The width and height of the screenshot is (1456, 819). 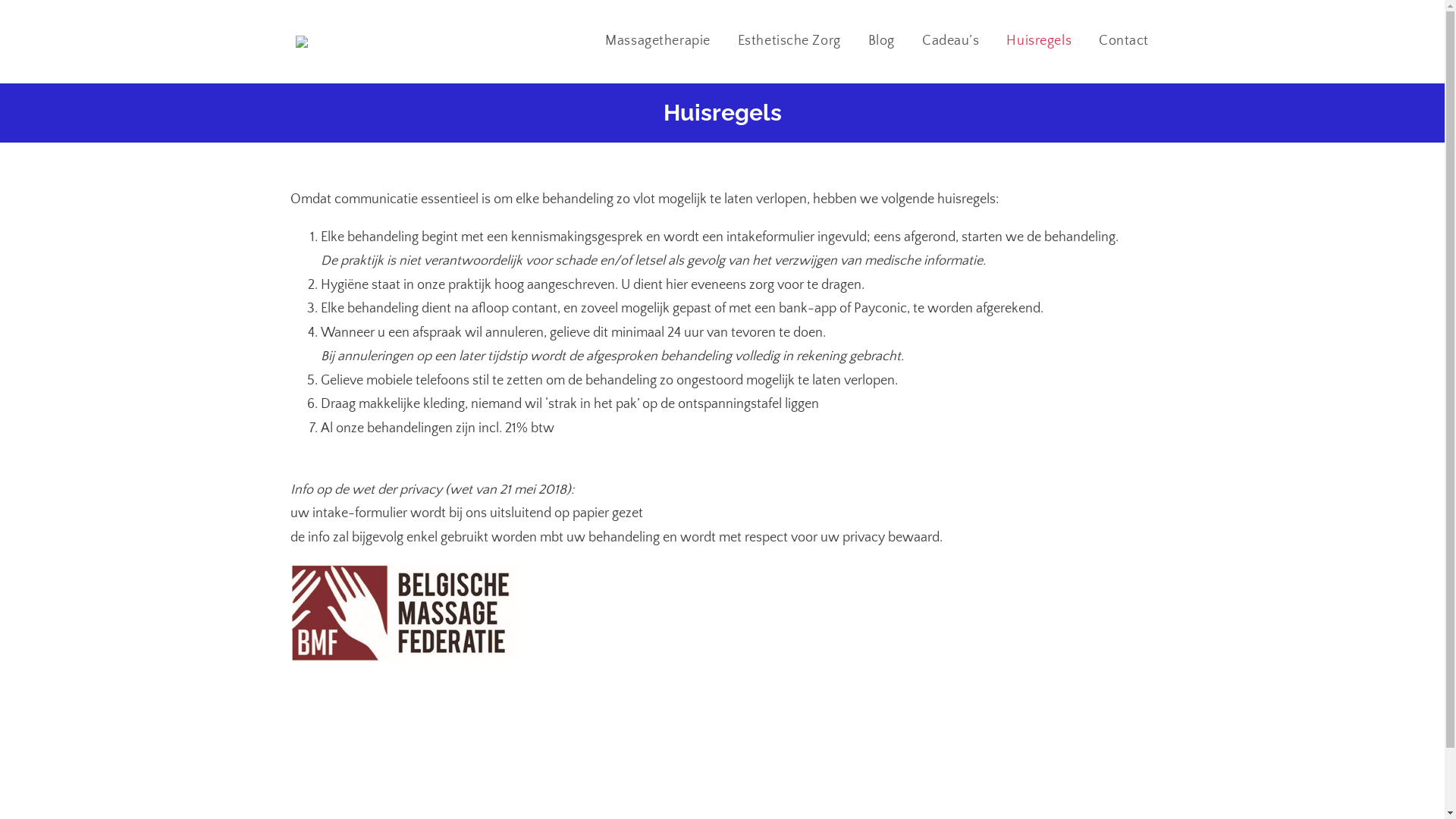 What do you see at coordinates (881, 40) in the screenshot?
I see `'Blog'` at bounding box center [881, 40].